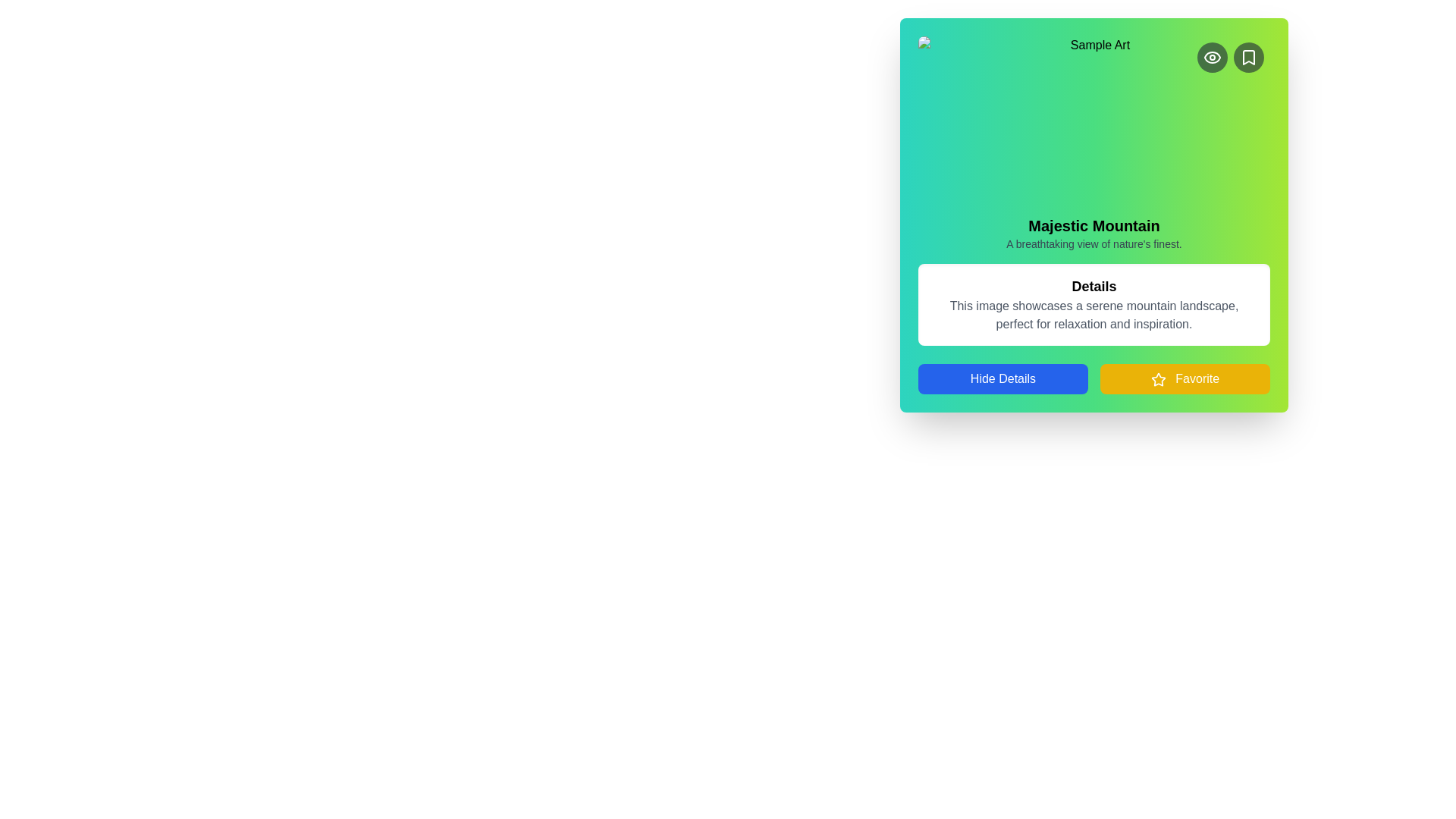  I want to click on the 'Favorite' button, which is a rectangular button with rounded corners, yellow background, white text, and a star icon, located to the right of the 'Hide Details' button, so click(1185, 378).